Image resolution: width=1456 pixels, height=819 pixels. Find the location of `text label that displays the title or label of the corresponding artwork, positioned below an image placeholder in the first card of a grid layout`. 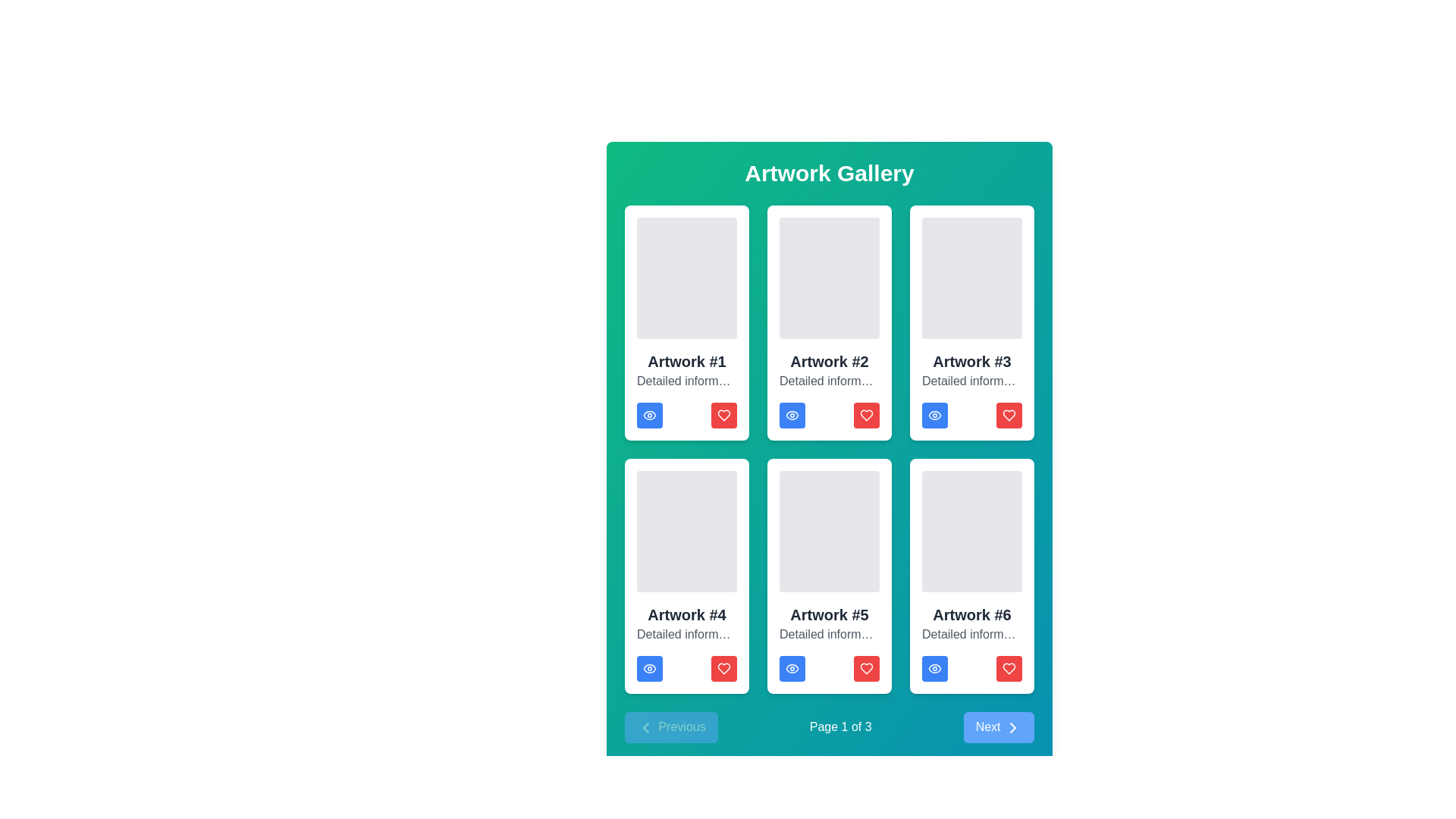

text label that displays the title or label of the corresponding artwork, positioned below an image placeholder in the first card of a grid layout is located at coordinates (686, 362).